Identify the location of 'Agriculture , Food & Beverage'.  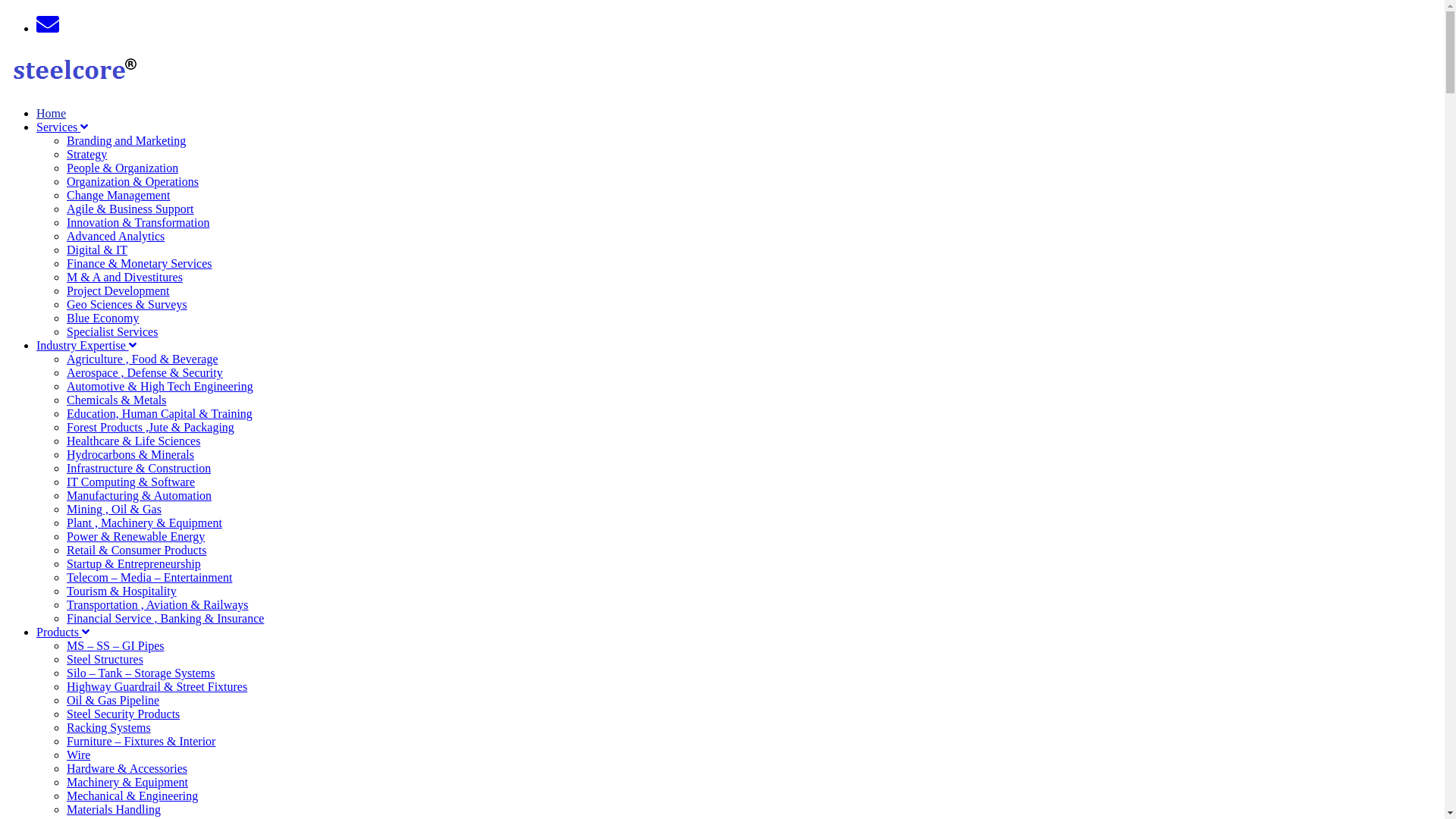
(142, 359).